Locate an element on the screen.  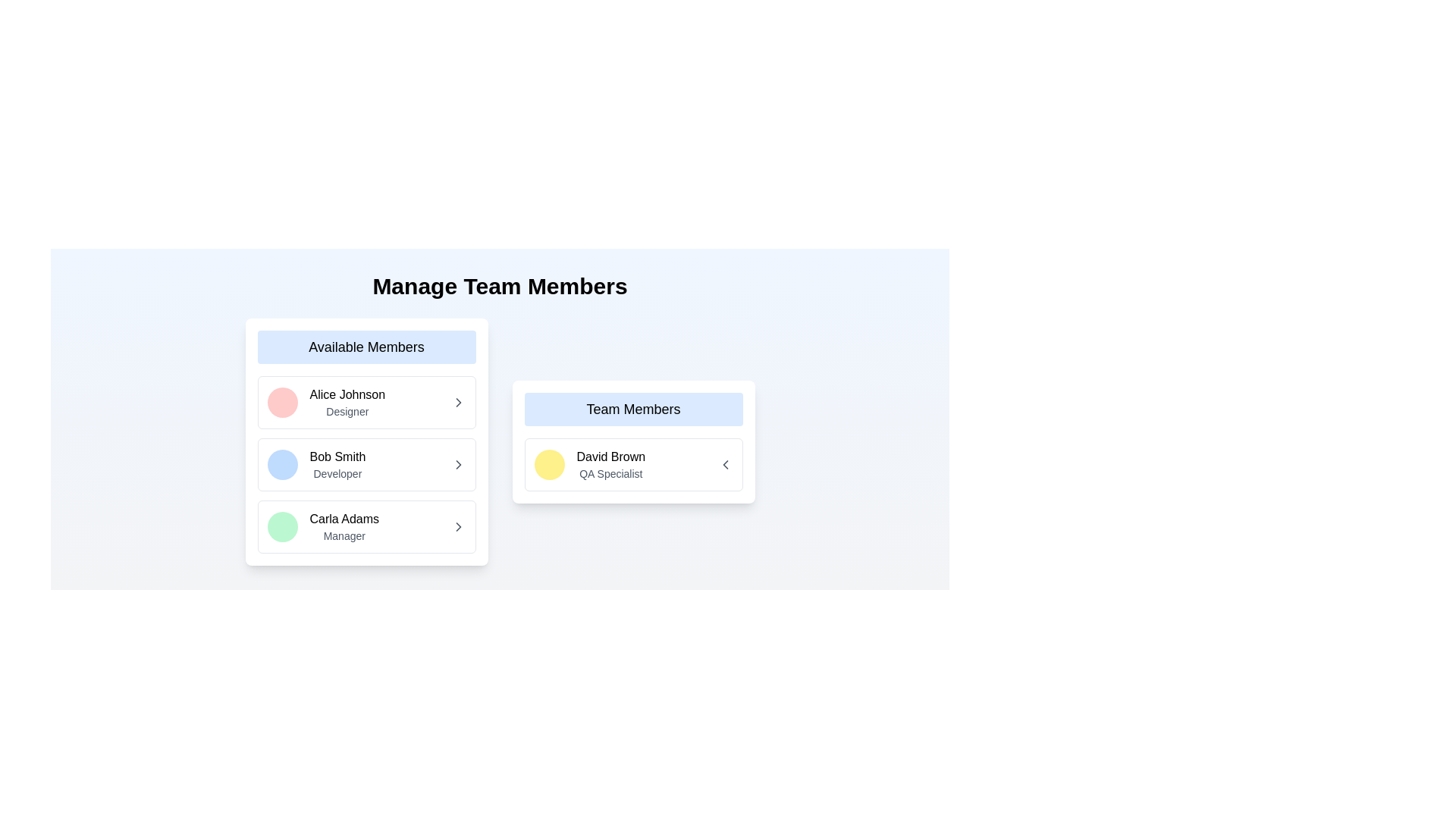
the second user profile card in the 'Available Members' column, which displays 'Bob Smith' and 'Developer' on the right side of a blue profile icon is located at coordinates (315, 464).